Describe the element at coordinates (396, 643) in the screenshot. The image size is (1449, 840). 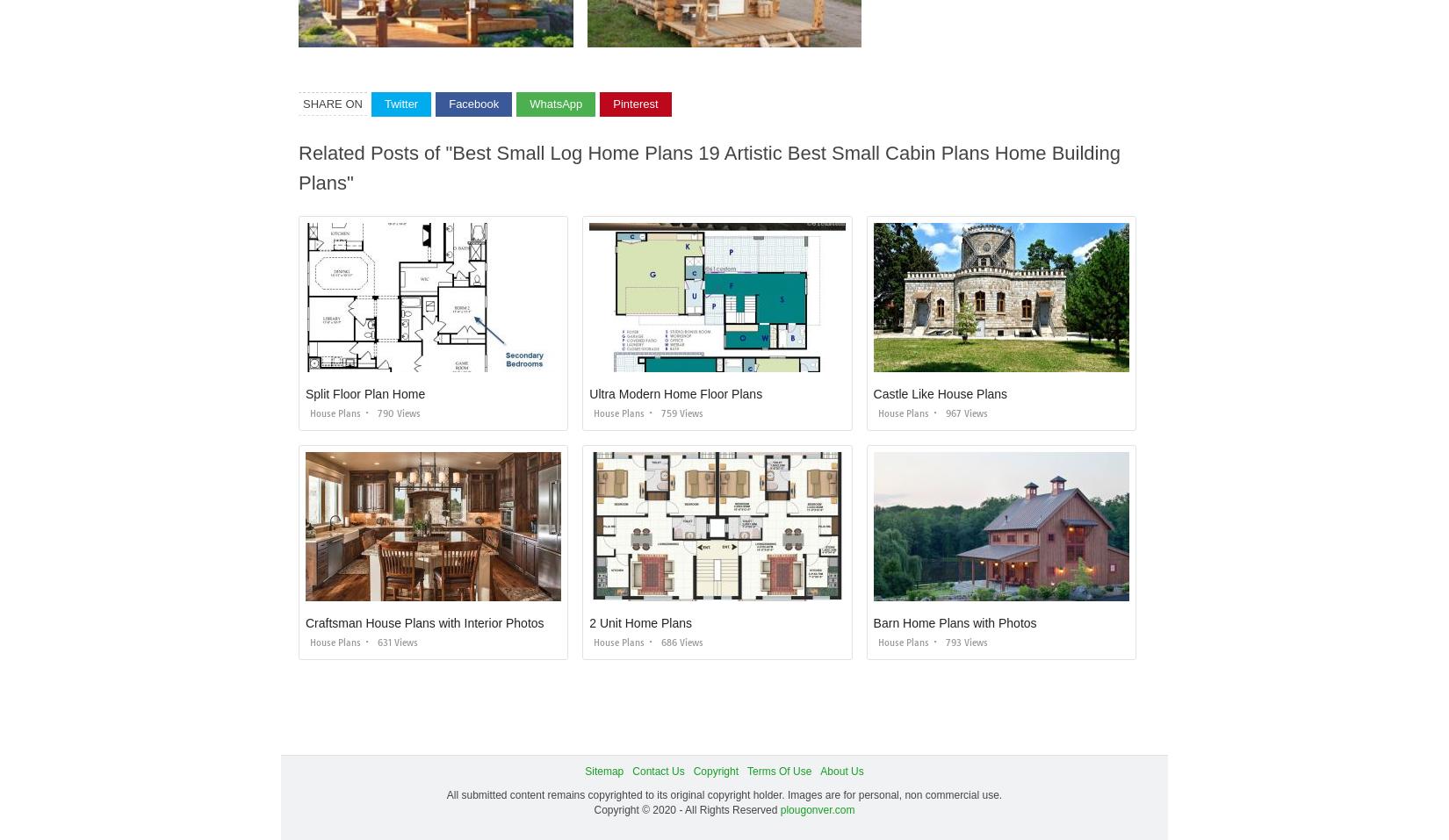
I see `'631 views'` at that location.